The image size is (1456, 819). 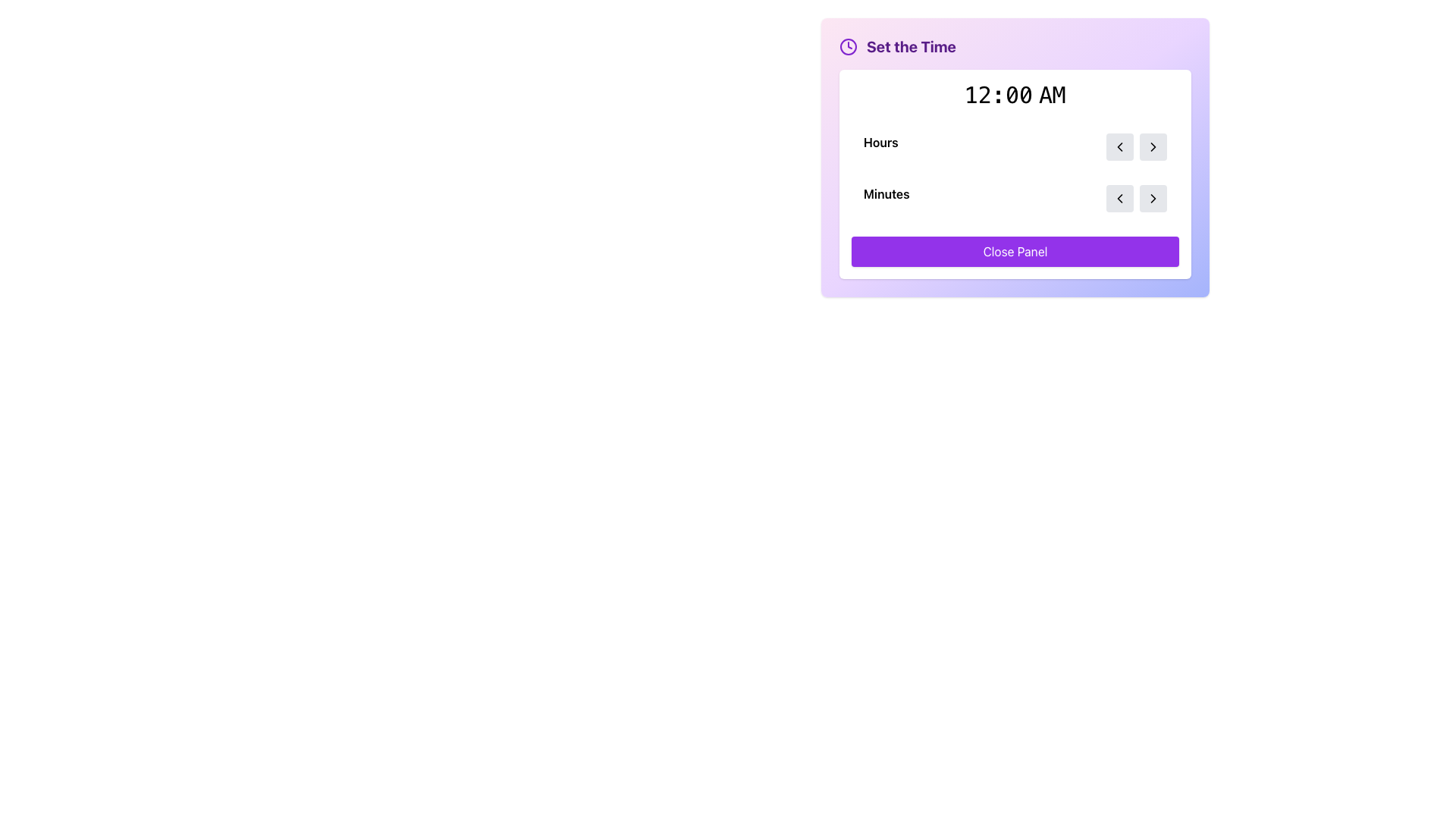 I want to click on the static text header labeling the time-related information section, which is located next to the clock icon in the header area of the time picker module, so click(x=910, y=45).